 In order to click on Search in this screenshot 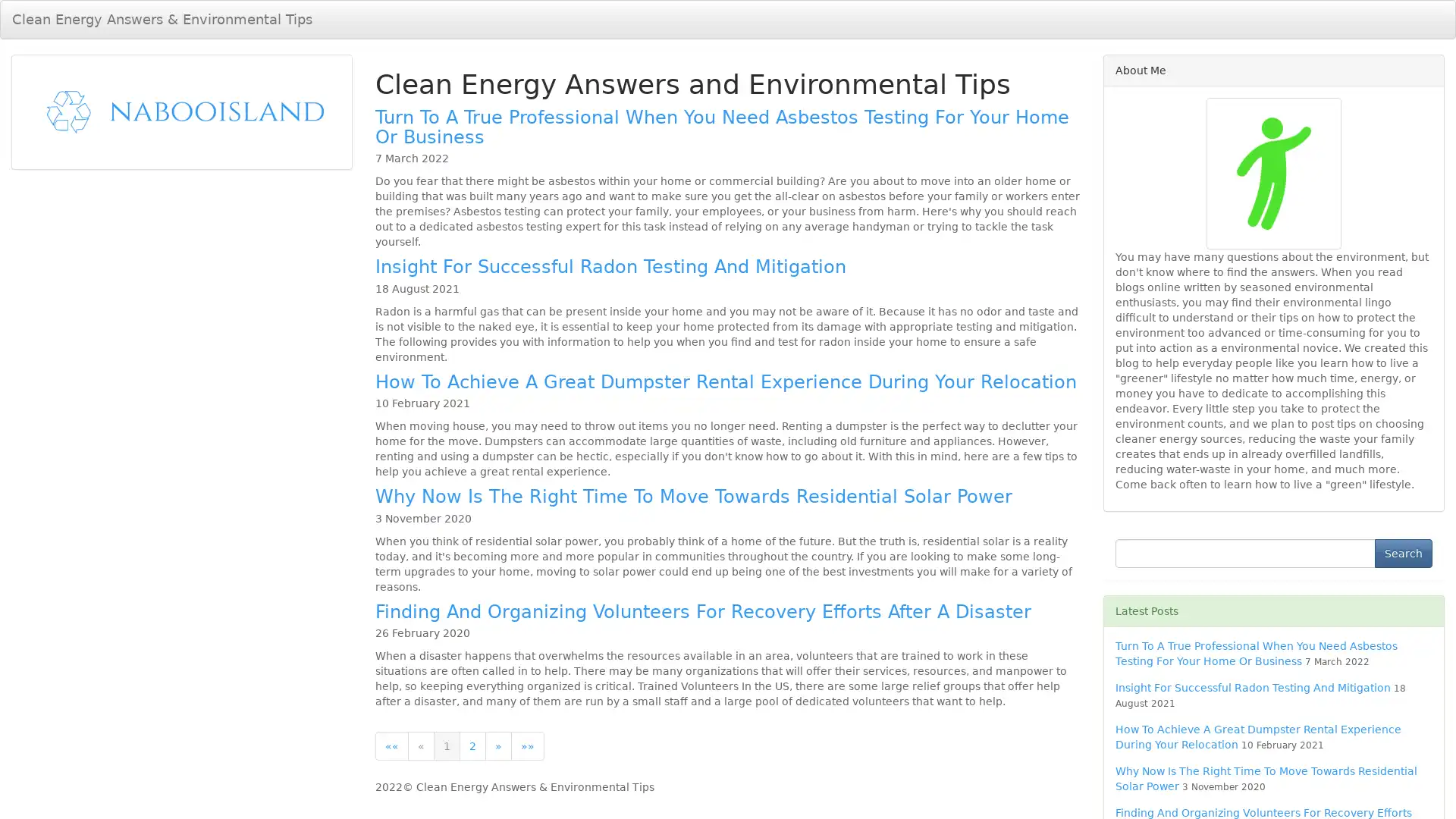, I will do `click(1403, 553)`.